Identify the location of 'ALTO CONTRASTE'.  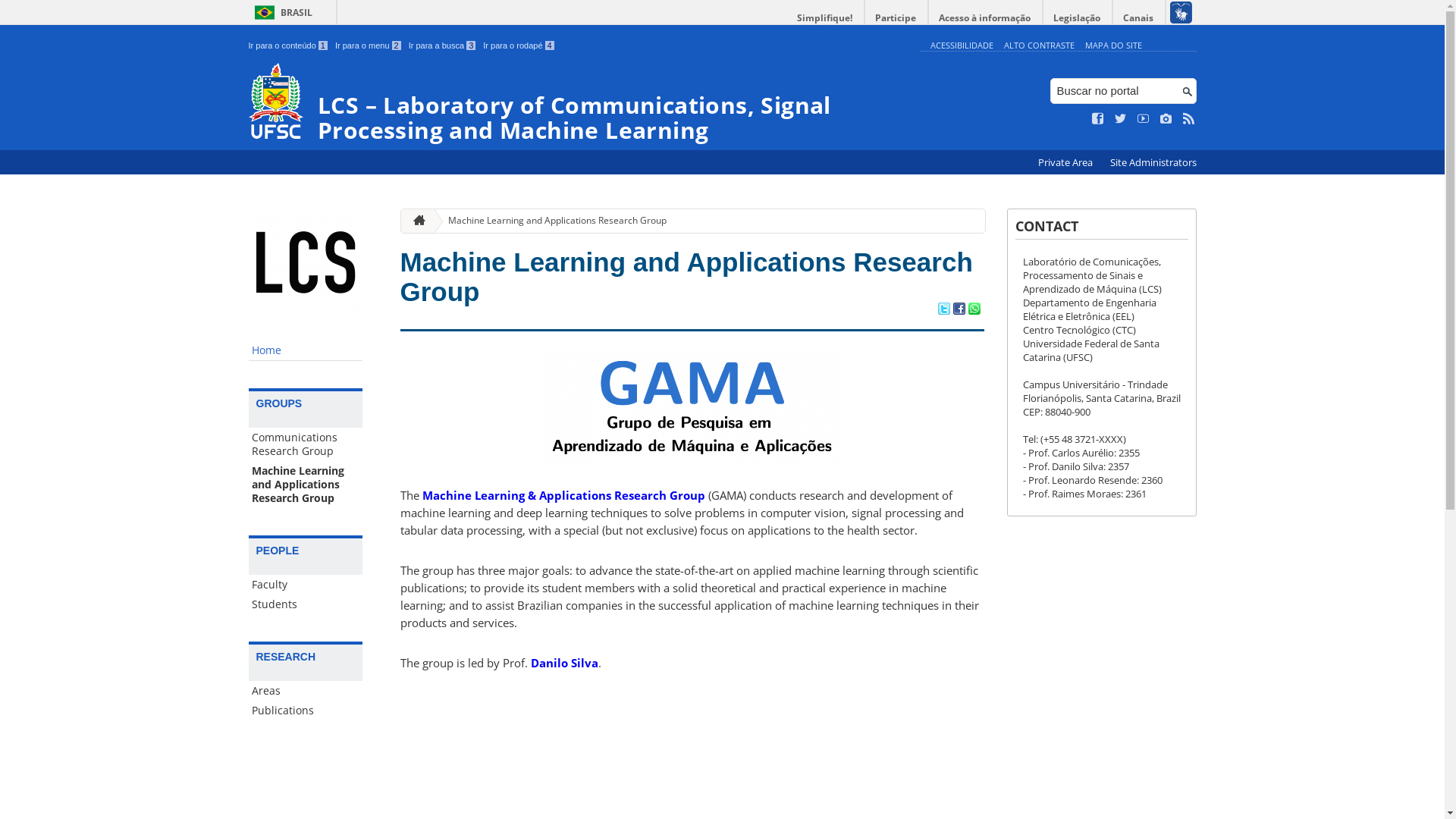
(1038, 44).